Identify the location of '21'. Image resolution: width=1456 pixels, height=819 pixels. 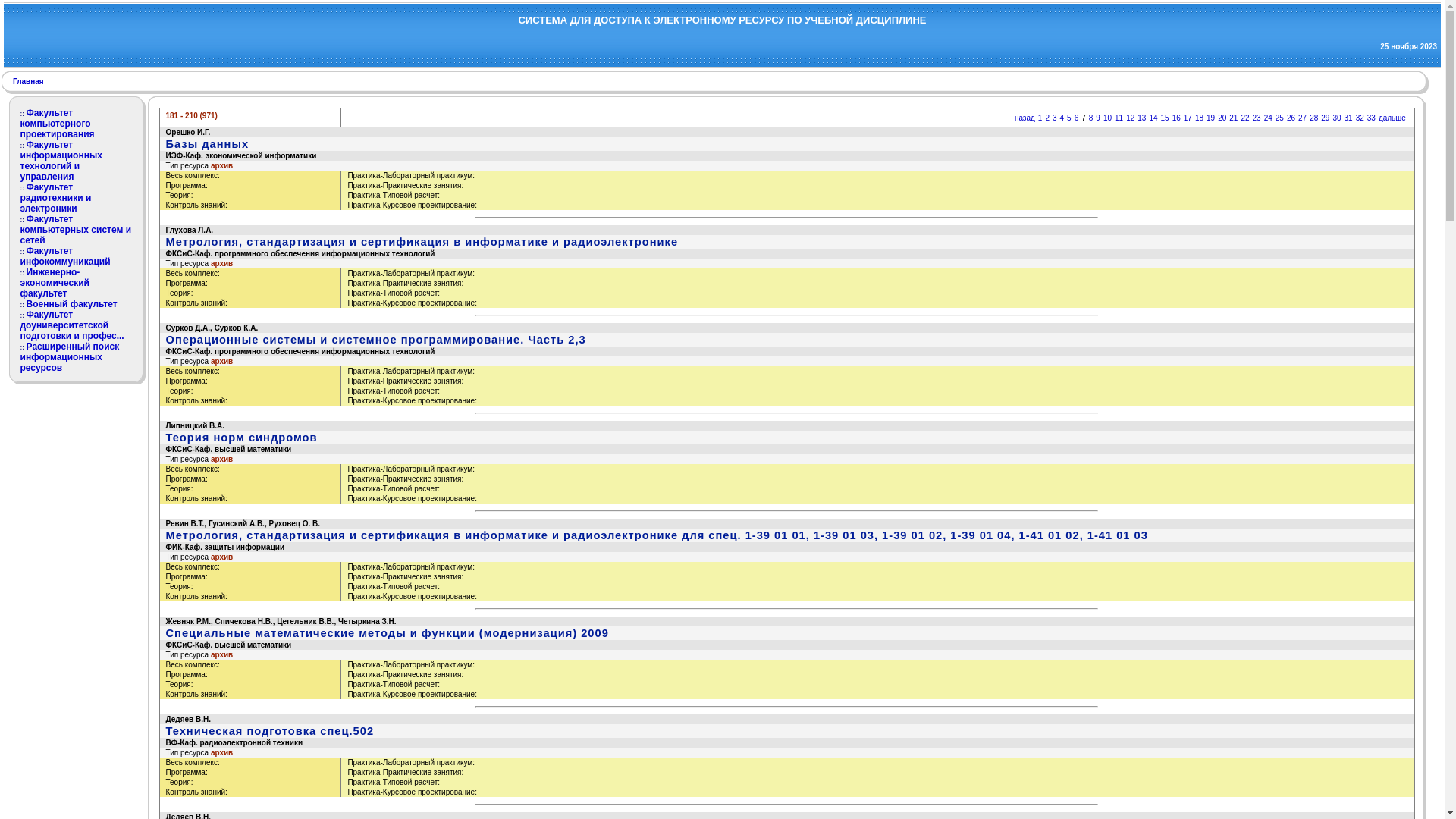
(1233, 117).